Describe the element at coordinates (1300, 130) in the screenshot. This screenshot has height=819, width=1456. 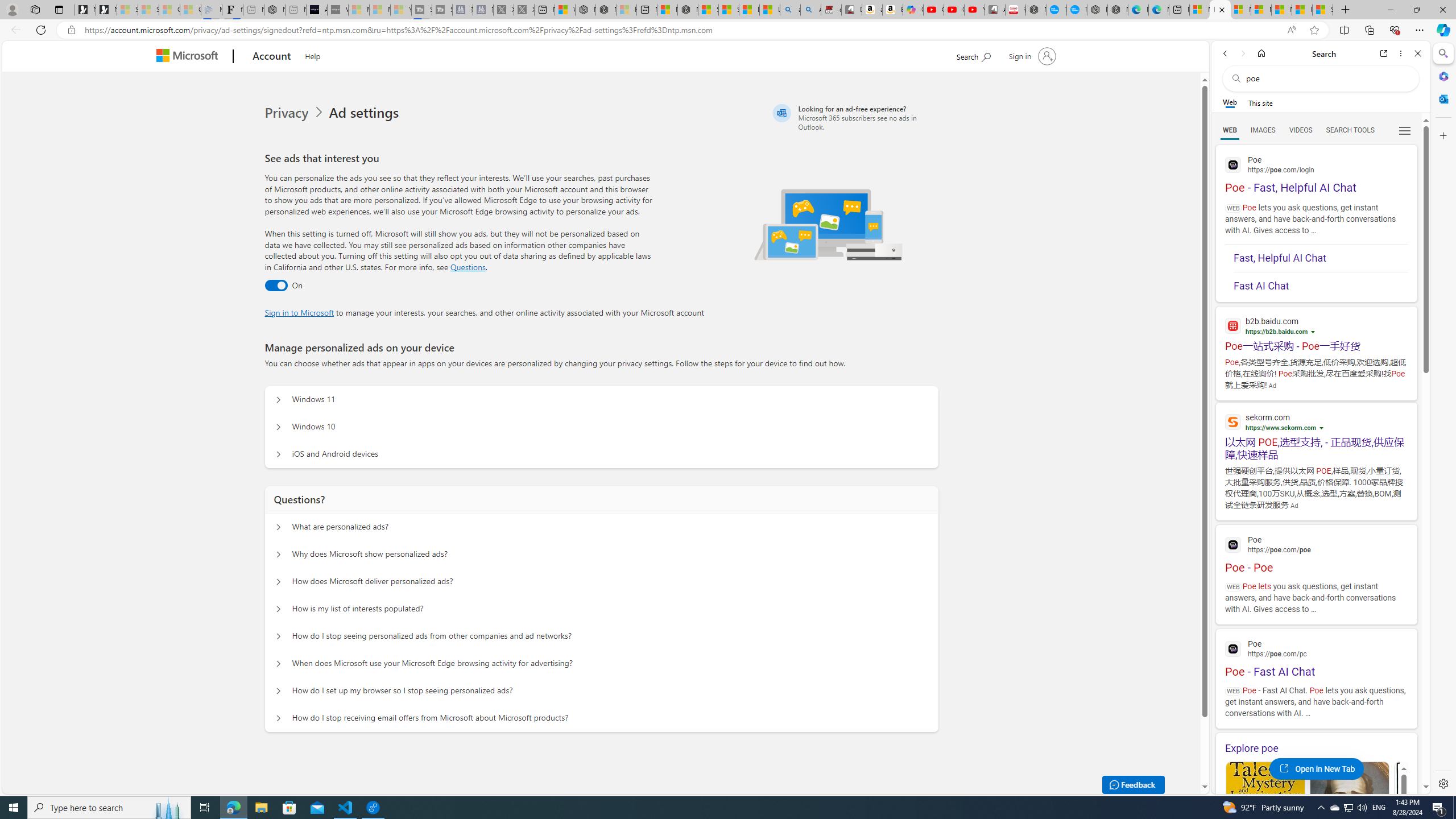
I see `'VIDEOS'` at that location.